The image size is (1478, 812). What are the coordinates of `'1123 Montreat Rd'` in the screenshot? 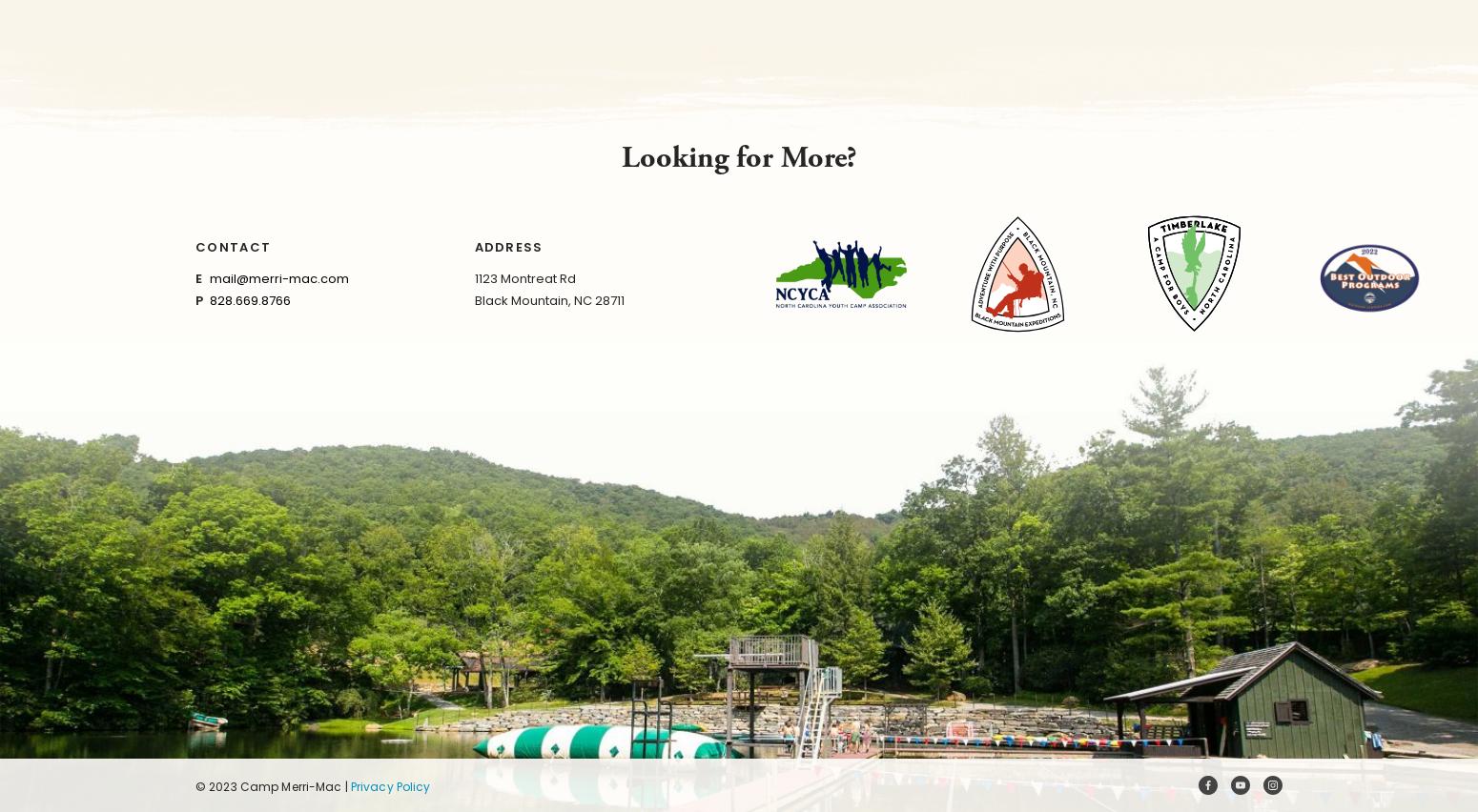 It's located at (523, 277).